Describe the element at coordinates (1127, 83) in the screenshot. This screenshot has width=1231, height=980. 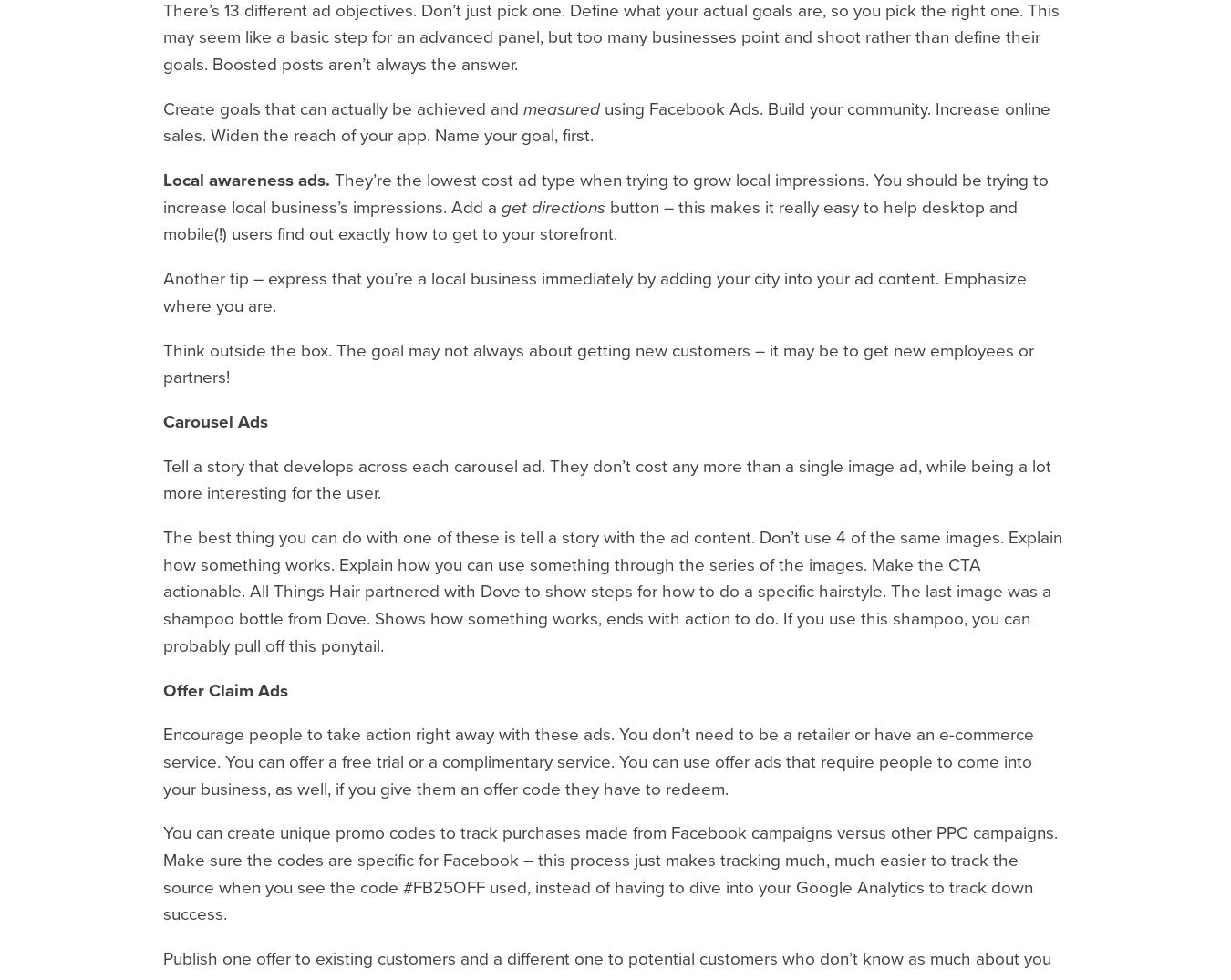
I see `'How to Conduct a Social Media Audit (And Why They Are Important)'` at that location.